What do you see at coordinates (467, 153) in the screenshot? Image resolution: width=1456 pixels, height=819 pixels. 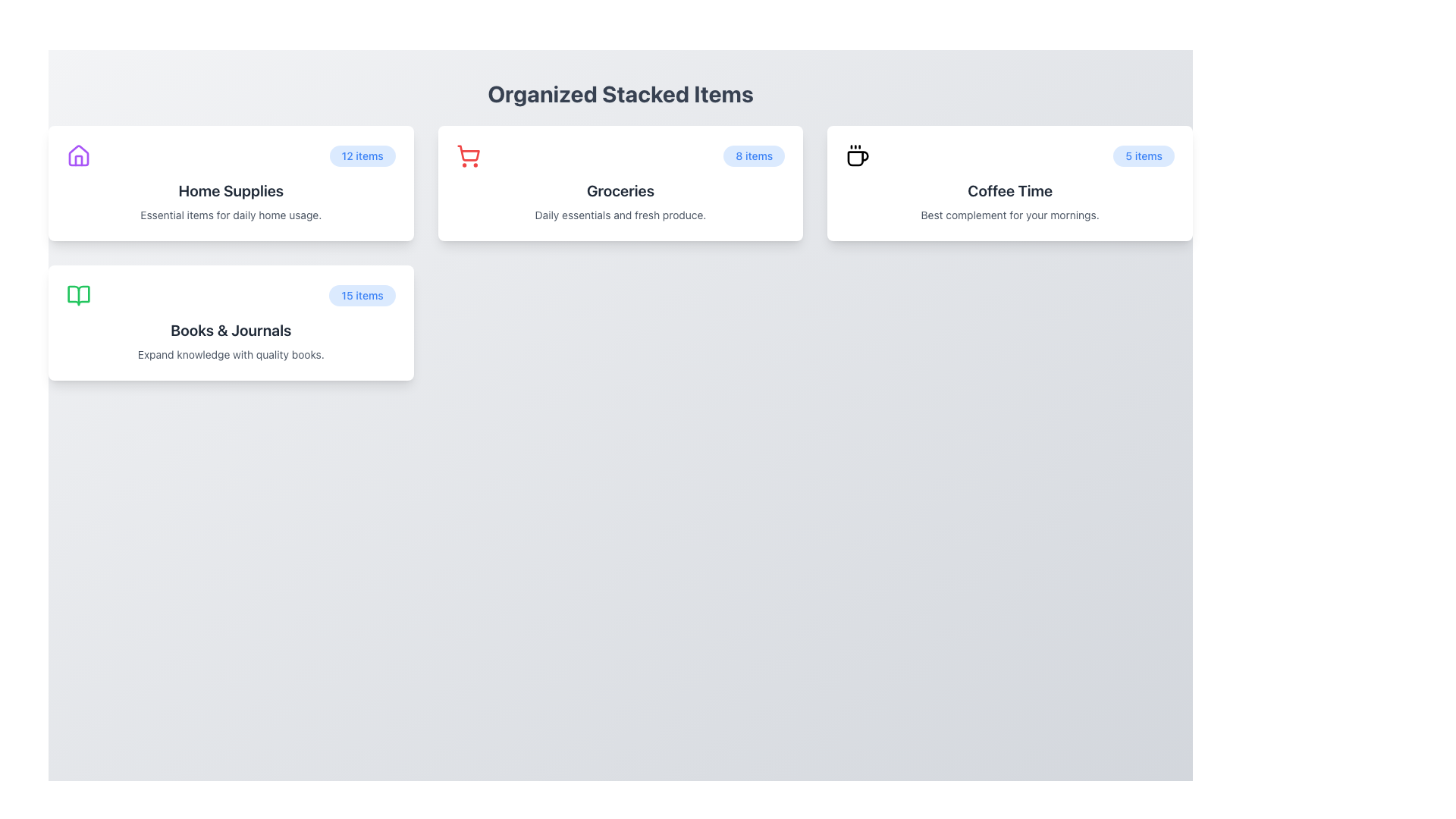 I see `the shopping cart vector graphic in the SVG icon located above the 'Groceries' text for interactions` at bounding box center [467, 153].